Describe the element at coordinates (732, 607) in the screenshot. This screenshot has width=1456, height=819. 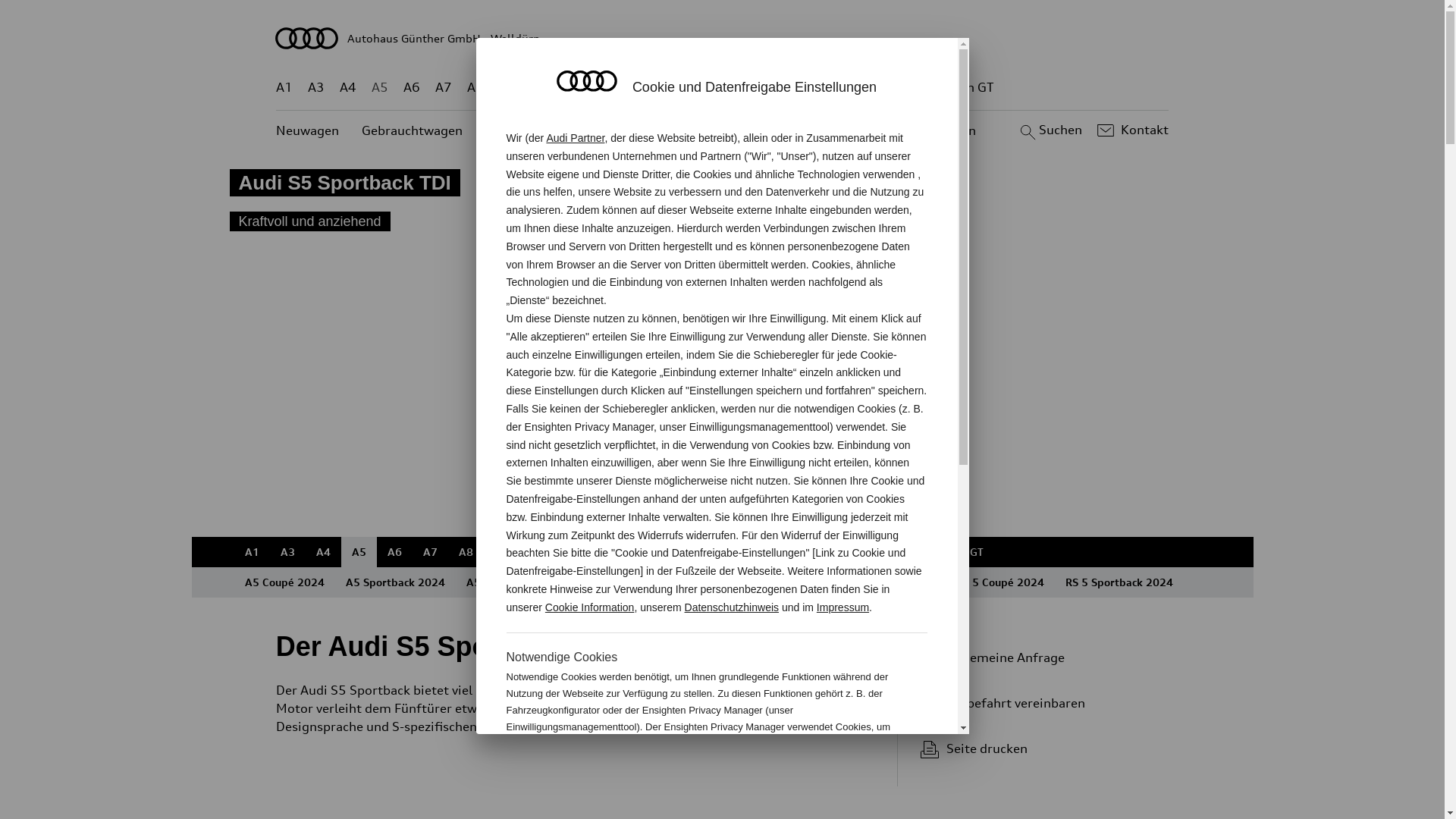
I see `'Datenschutzhinweis'` at that location.